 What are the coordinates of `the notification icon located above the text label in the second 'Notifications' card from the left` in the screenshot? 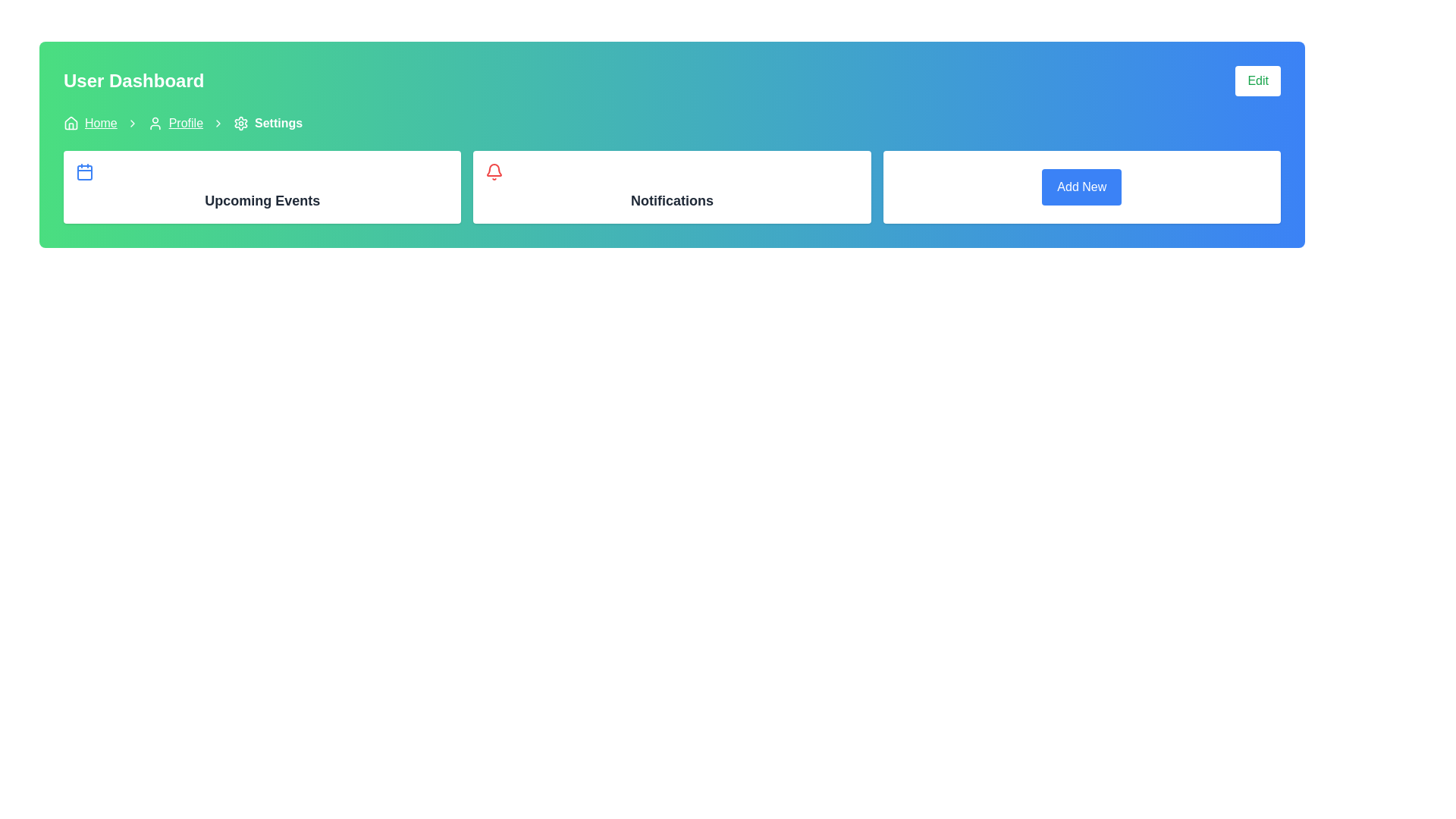 It's located at (494, 171).